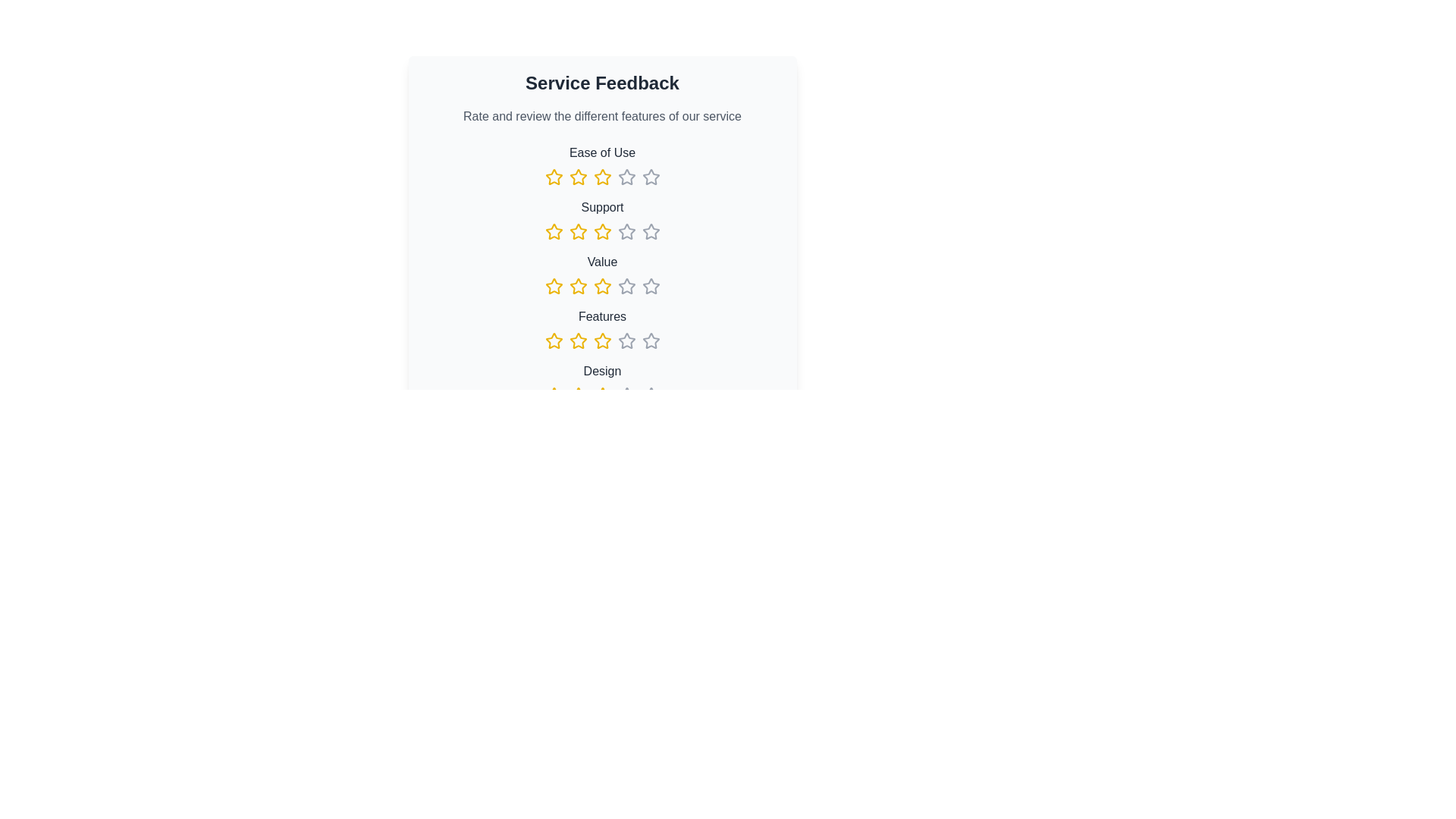  I want to click on the fifth gray star icon in the fourth row of the rating section labeled 'Value', so click(651, 287).